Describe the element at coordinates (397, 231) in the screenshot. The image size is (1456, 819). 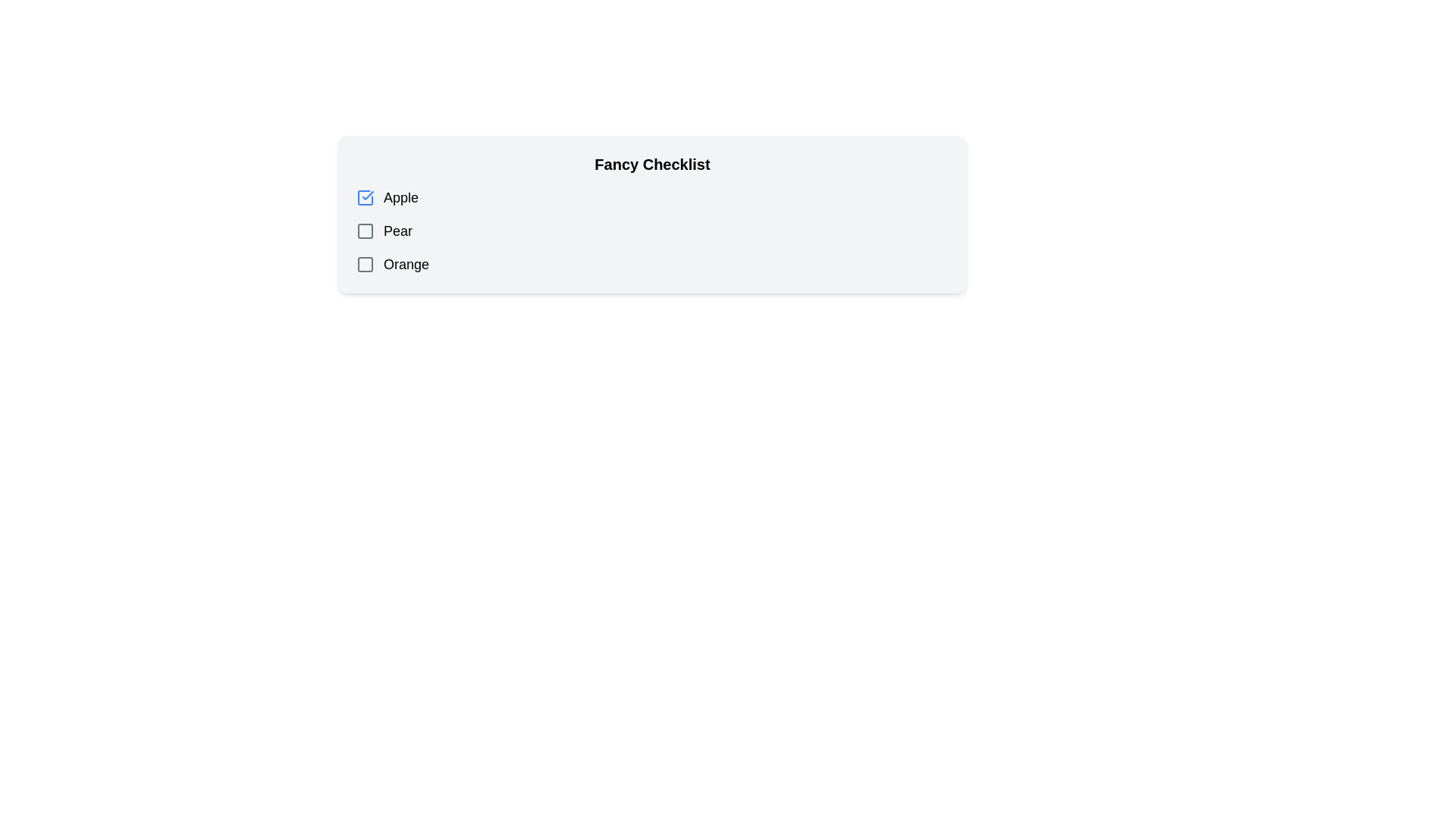
I see `the text label describing the 'Pear' checkbox to interact with the associated checkbox option in the checklist` at that location.